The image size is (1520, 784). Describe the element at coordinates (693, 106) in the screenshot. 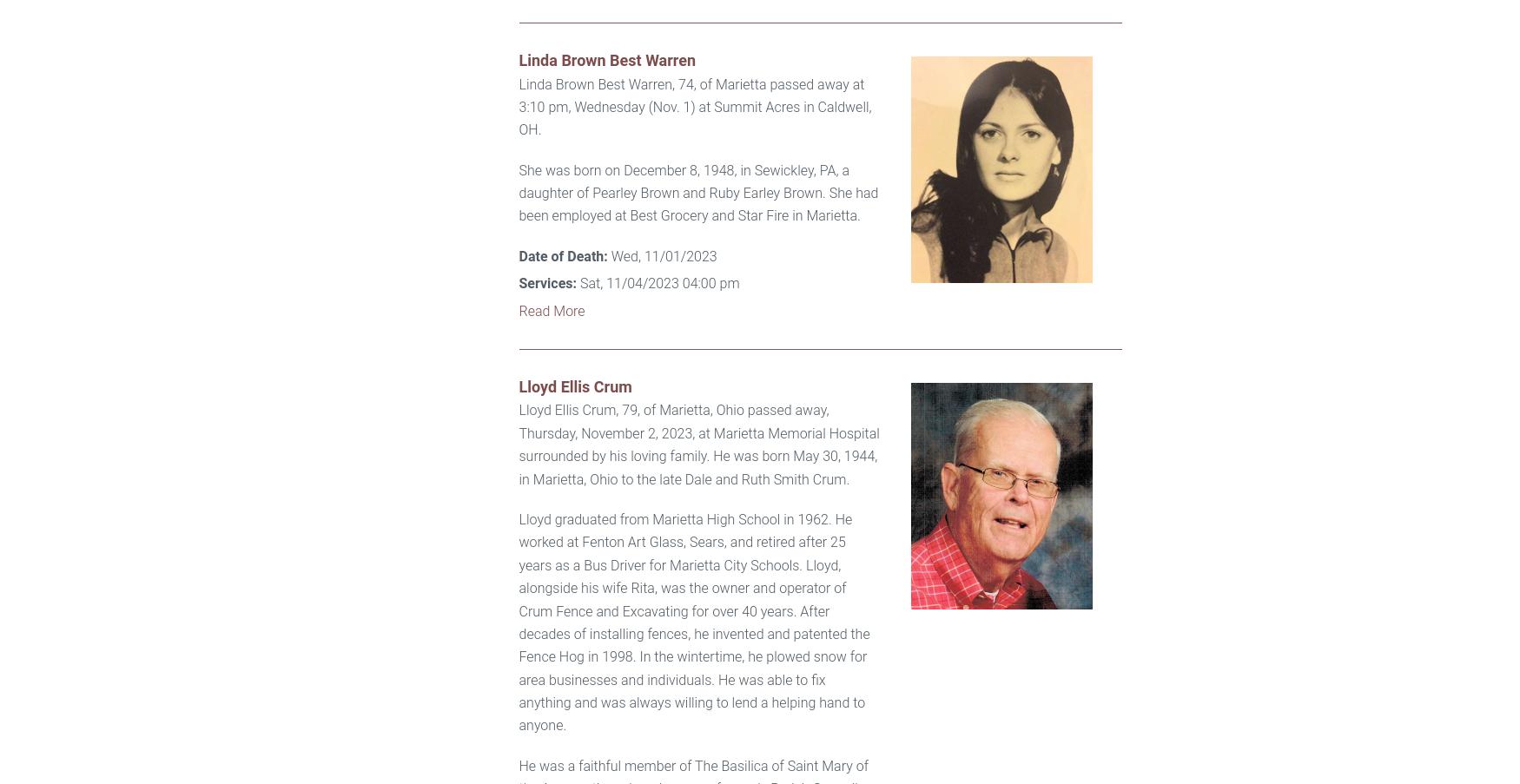

I see `'Linda Brown Best Warren, 74, of Marietta passed away at 3:10 pm, Wednesday (Nov. 1) at Summit Acres in Caldwell, OH.'` at that location.